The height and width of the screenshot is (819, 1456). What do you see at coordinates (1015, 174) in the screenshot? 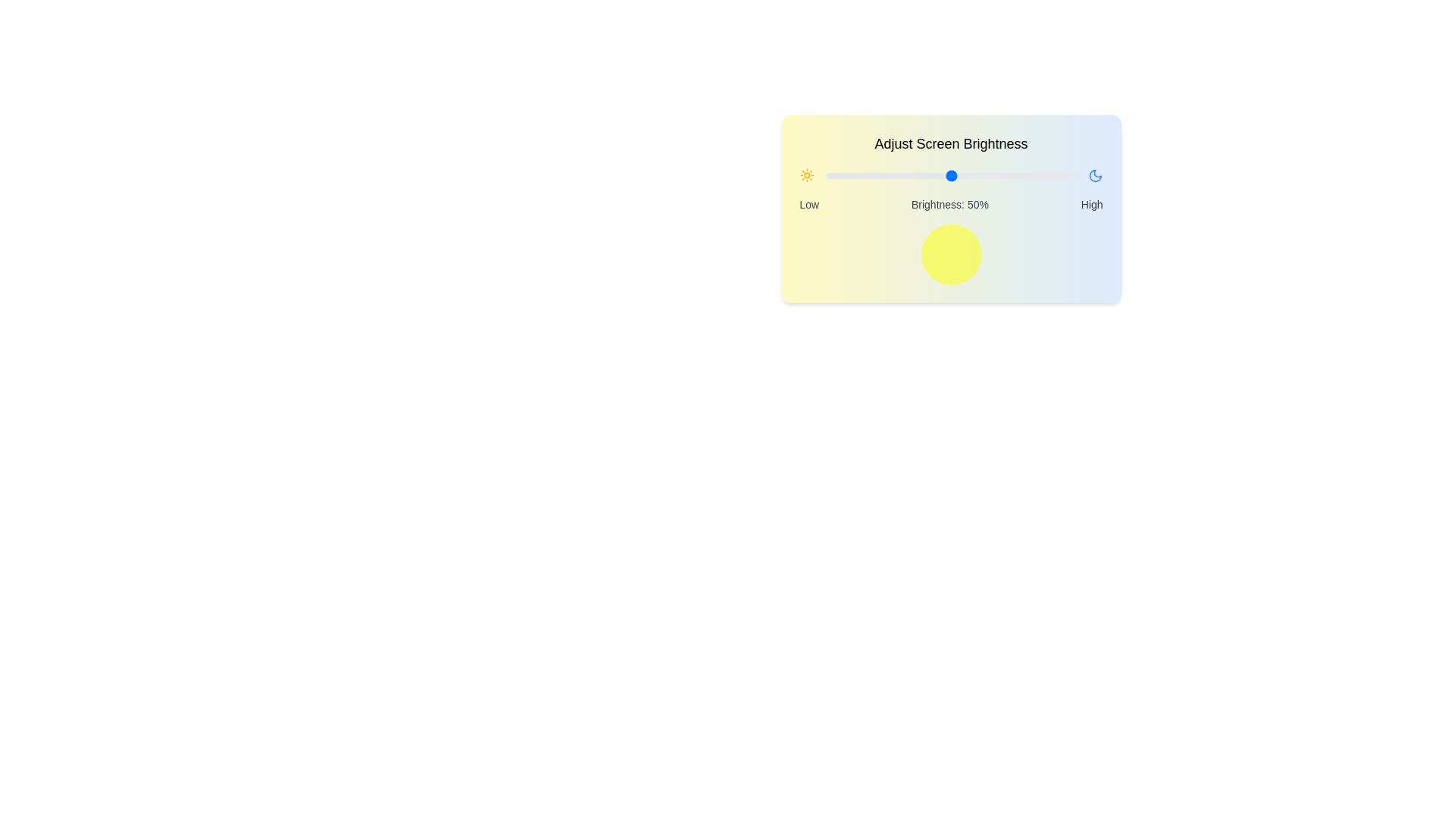
I see `the brightness slider to 76%` at bounding box center [1015, 174].